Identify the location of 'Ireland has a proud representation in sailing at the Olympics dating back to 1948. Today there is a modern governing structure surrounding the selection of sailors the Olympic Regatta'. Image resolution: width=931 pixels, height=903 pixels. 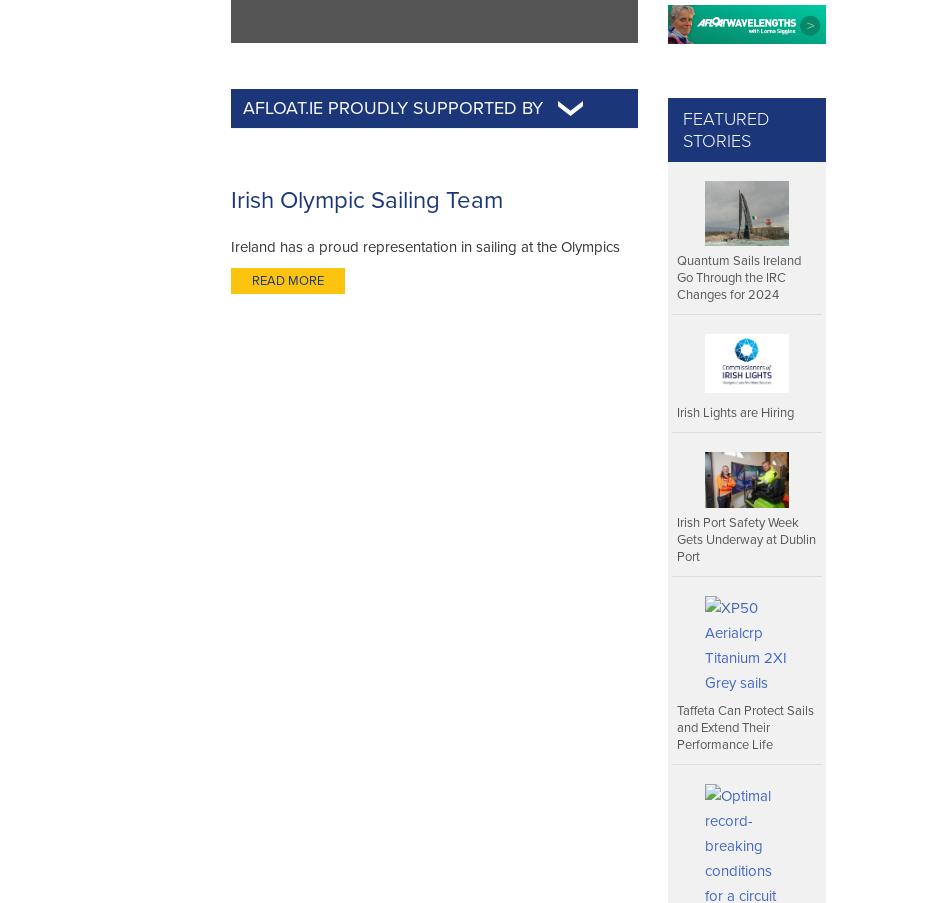
(423, 283).